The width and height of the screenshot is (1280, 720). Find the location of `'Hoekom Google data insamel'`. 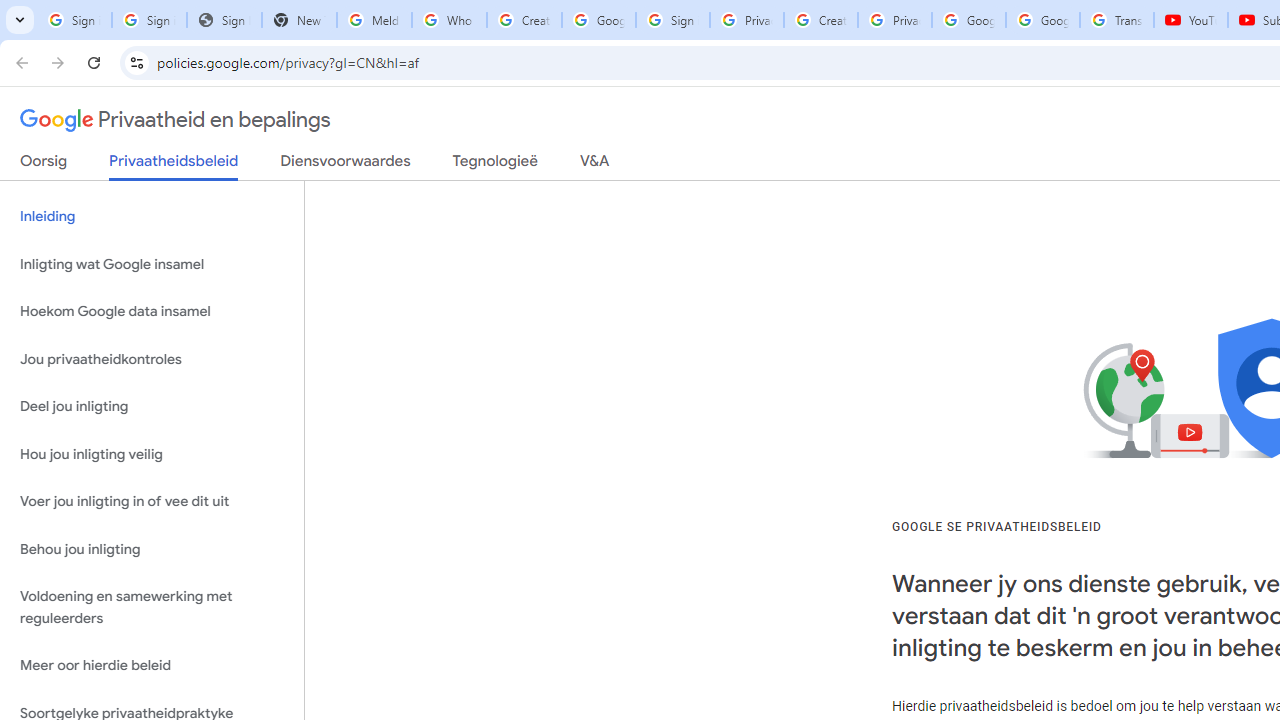

'Hoekom Google data insamel' is located at coordinates (151, 312).